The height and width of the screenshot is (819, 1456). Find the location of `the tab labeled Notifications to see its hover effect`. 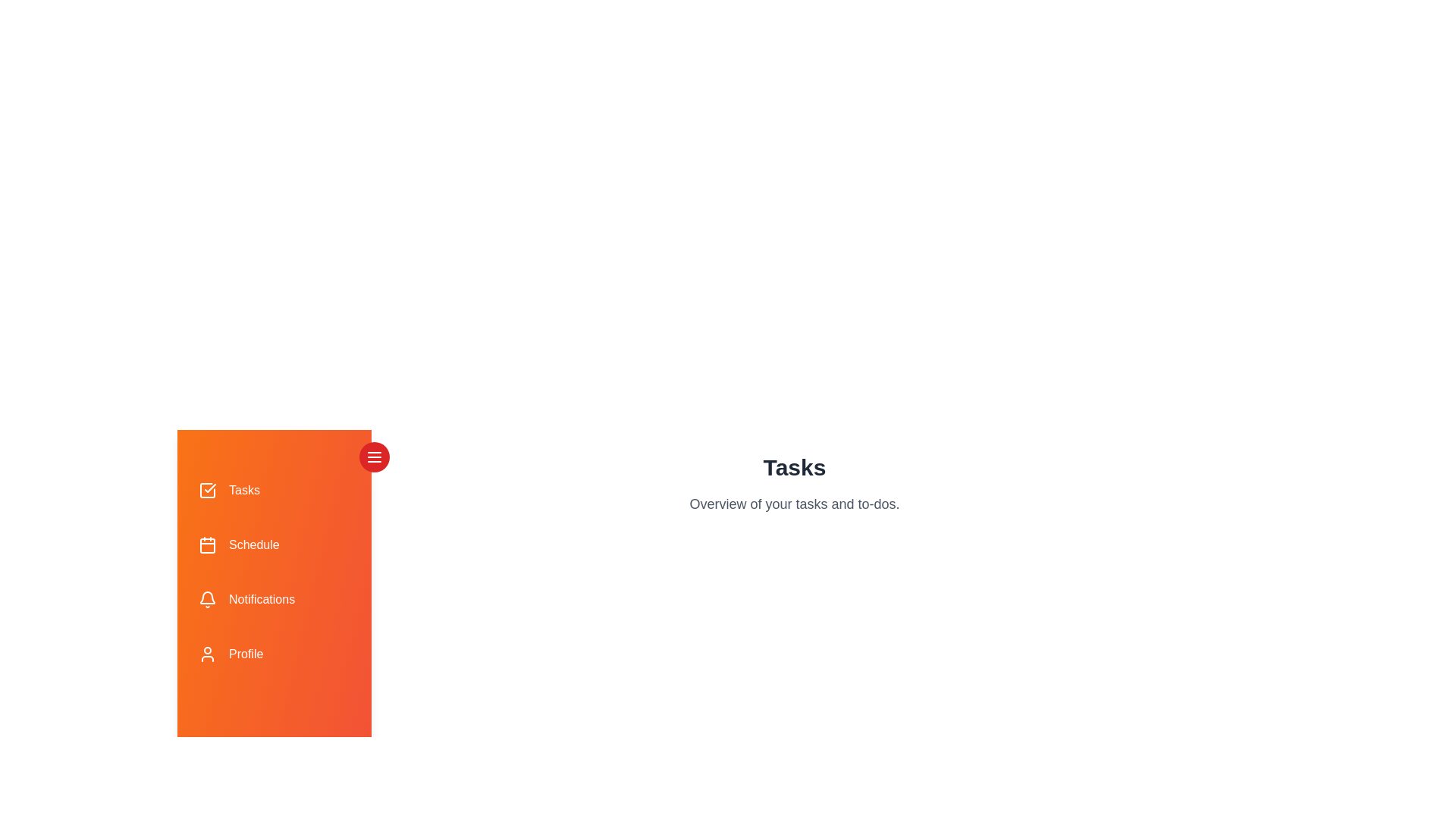

the tab labeled Notifications to see its hover effect is located at coordinates (274, 598).